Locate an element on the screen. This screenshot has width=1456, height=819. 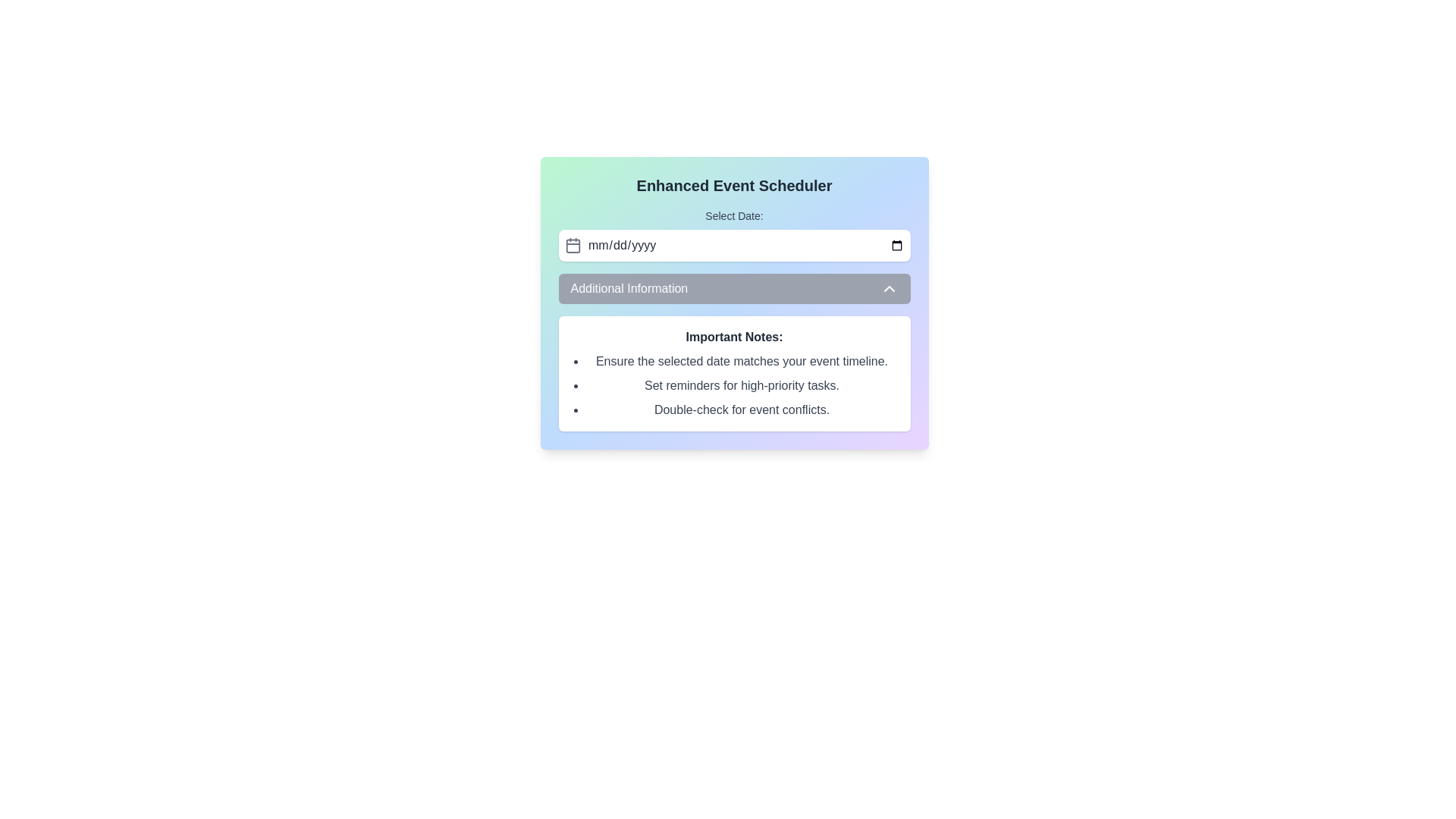
the decorative shape within the calendar icon, which is primarily located in the center of the icon and serves a structural role without direct interactions is located at coordinates (572, 245).